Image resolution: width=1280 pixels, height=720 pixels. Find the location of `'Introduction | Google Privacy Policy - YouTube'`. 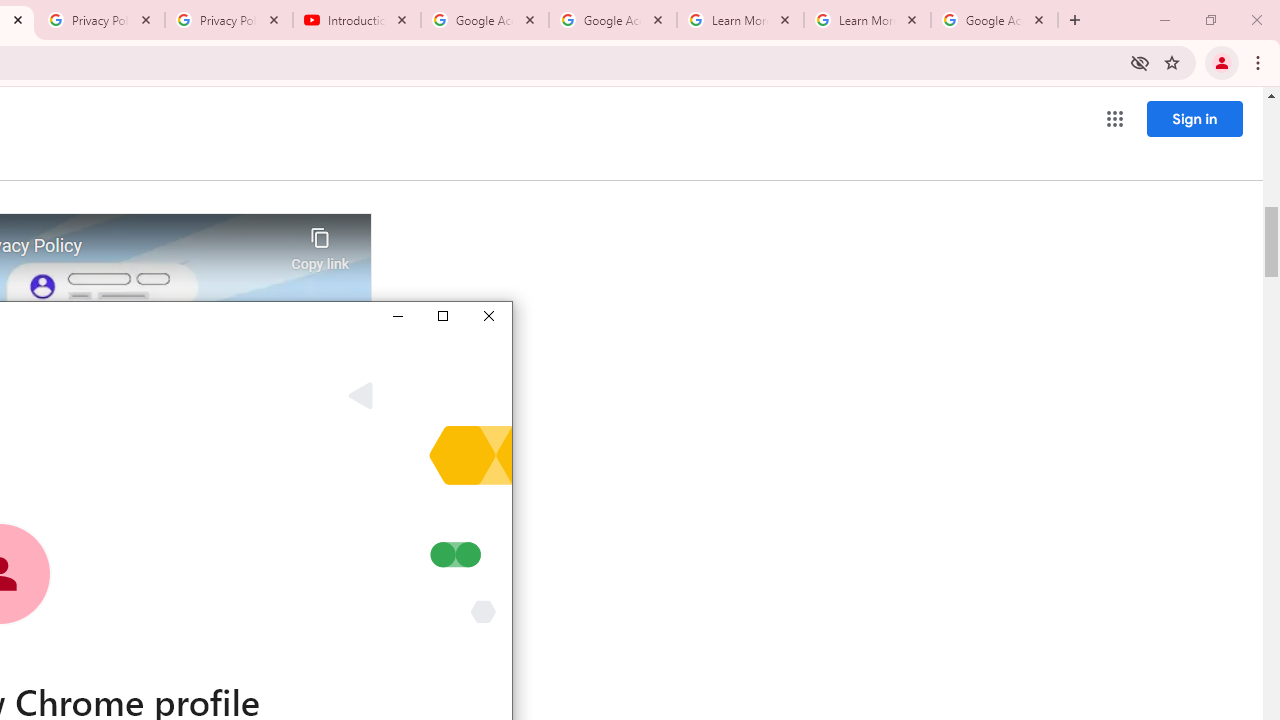

'Introduction | Google Privacy Policy - YouTube' is located at coordinates (357, 20).